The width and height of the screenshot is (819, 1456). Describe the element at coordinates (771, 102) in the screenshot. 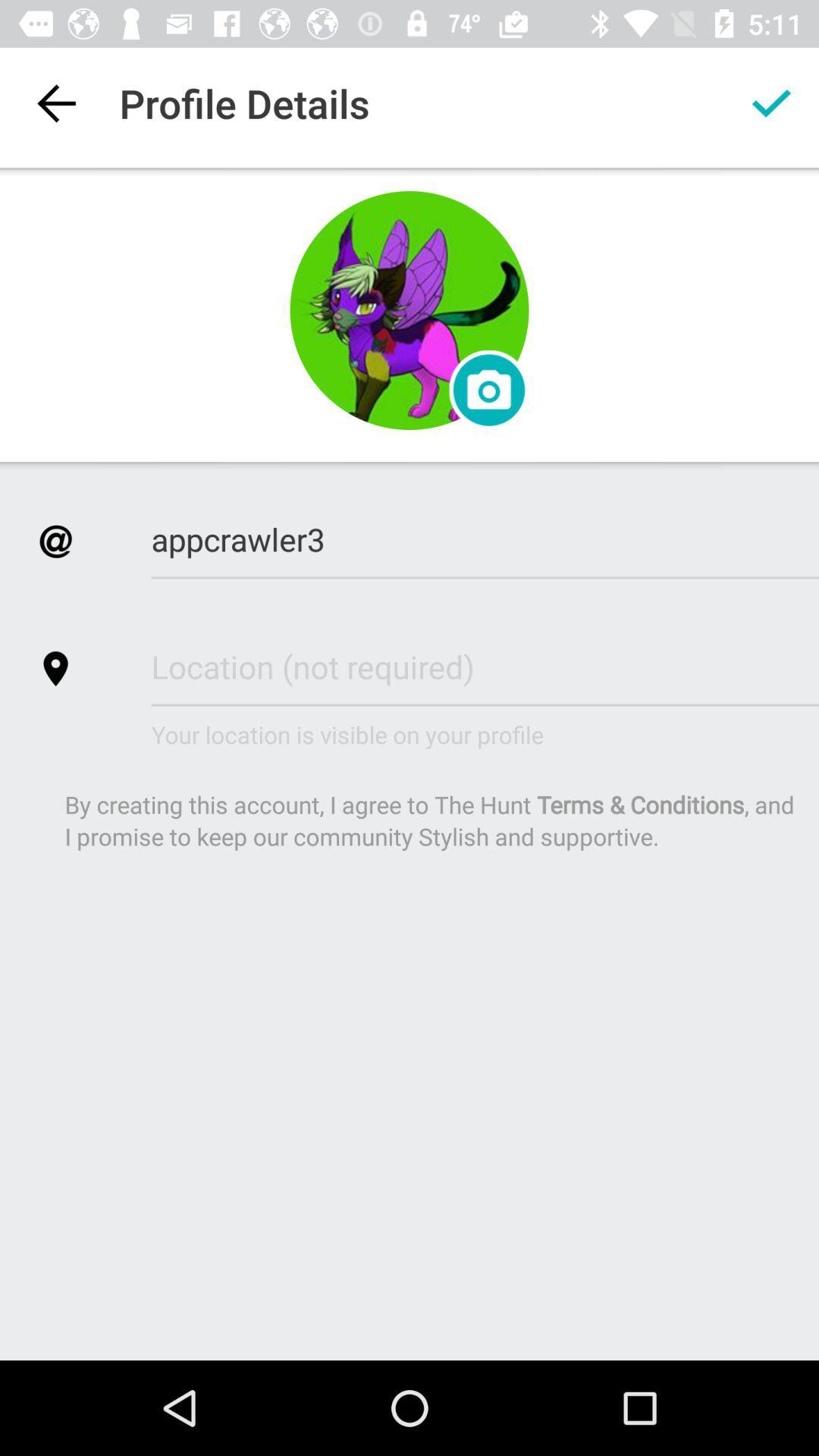

I see `verify profile` at that location.